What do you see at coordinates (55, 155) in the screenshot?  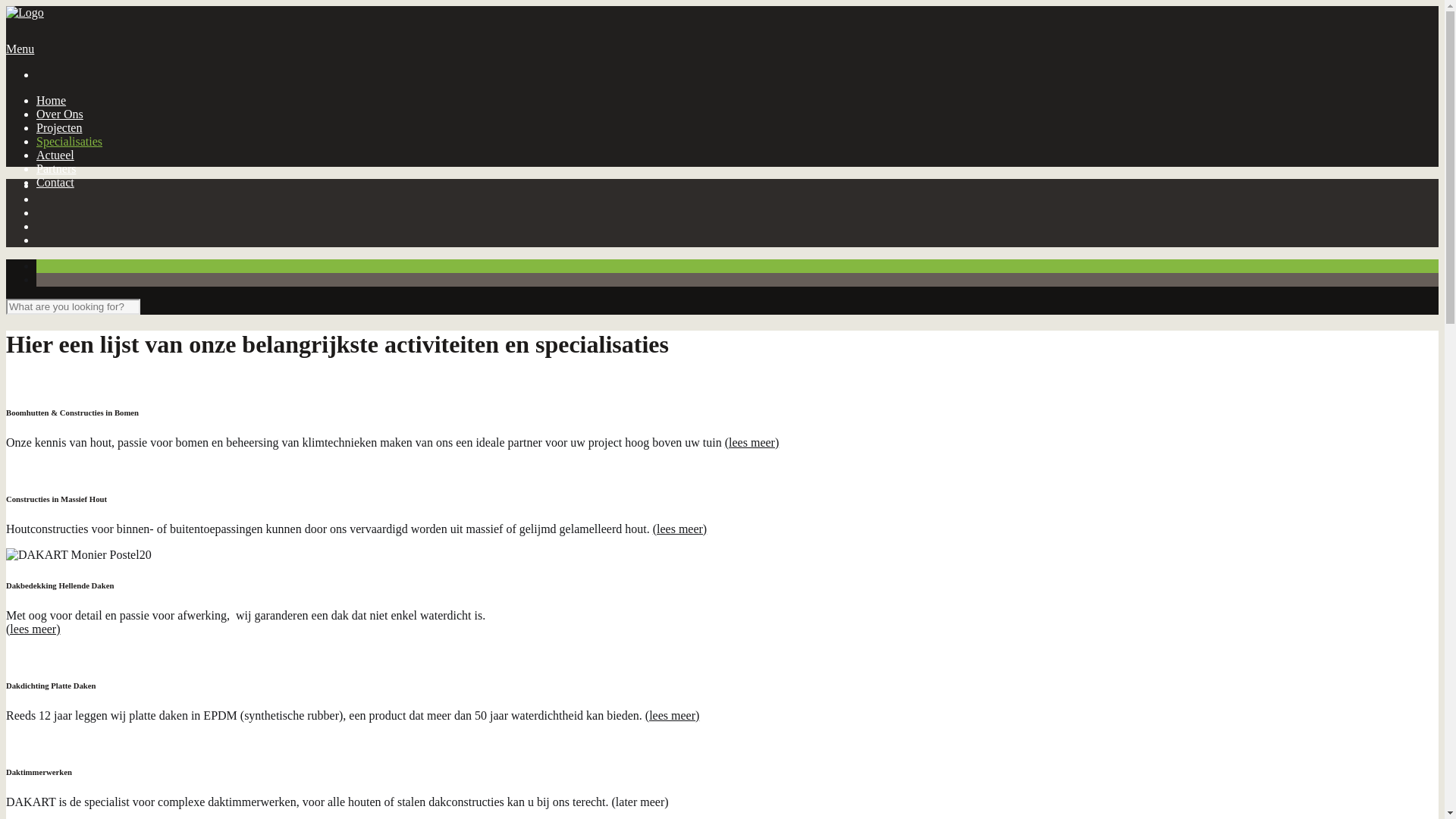 I see `'Actueel'` at bounding box center [55, 155].